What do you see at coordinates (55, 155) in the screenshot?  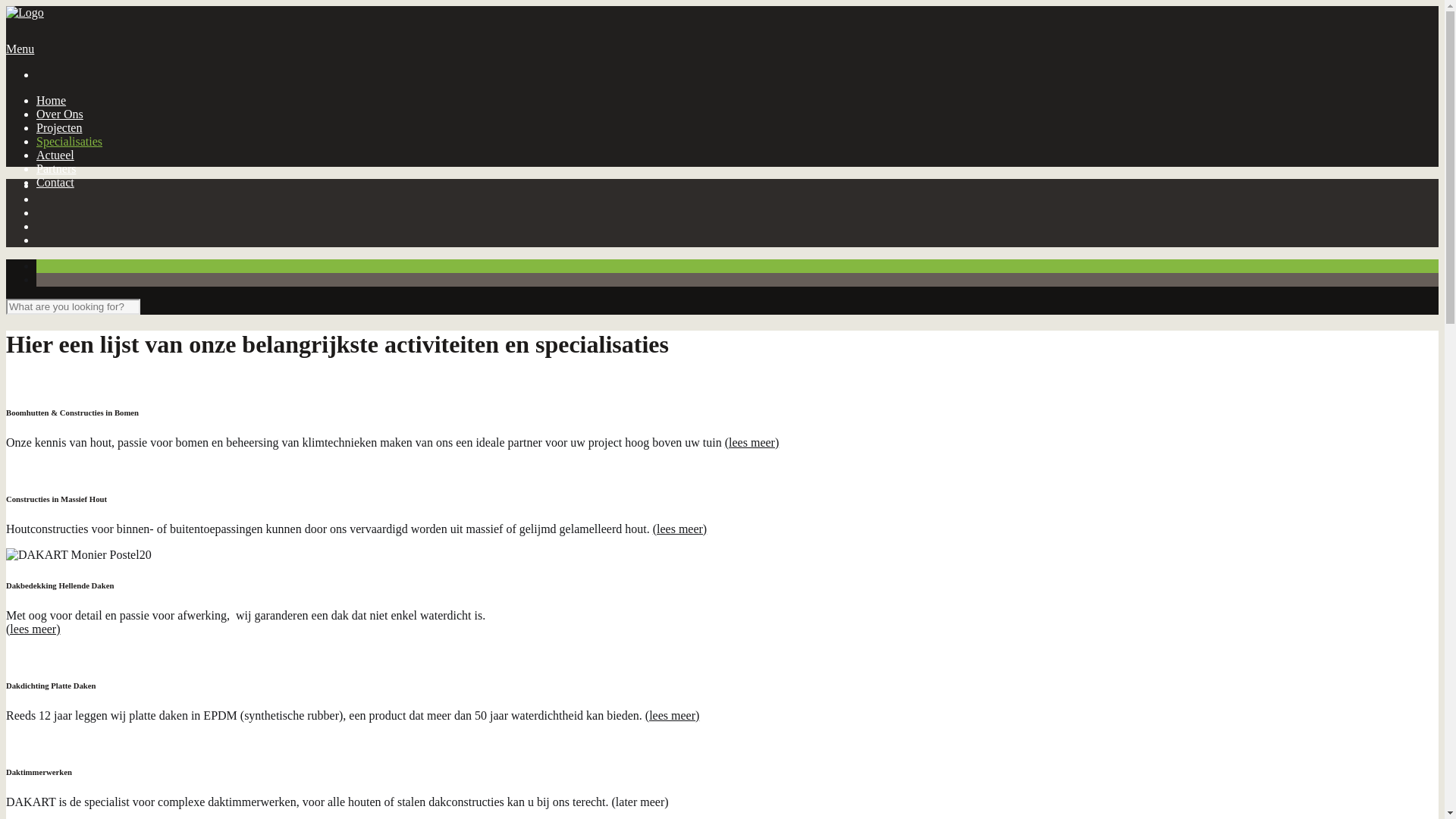 I see `'Actueel'` at bounding box center [55, 155].